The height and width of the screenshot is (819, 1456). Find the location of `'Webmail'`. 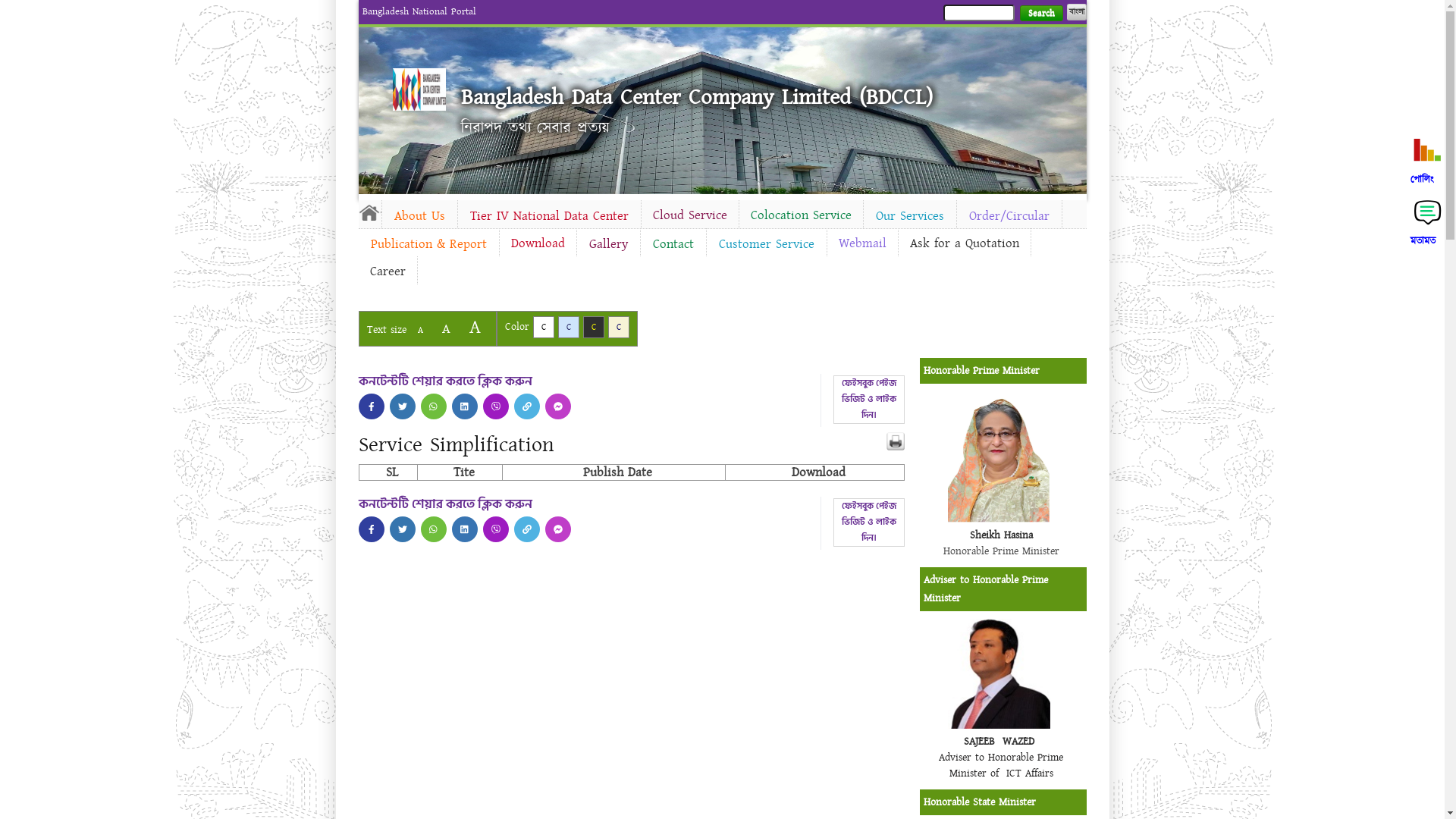

'Webmail' is located at coordinates (861, 242).